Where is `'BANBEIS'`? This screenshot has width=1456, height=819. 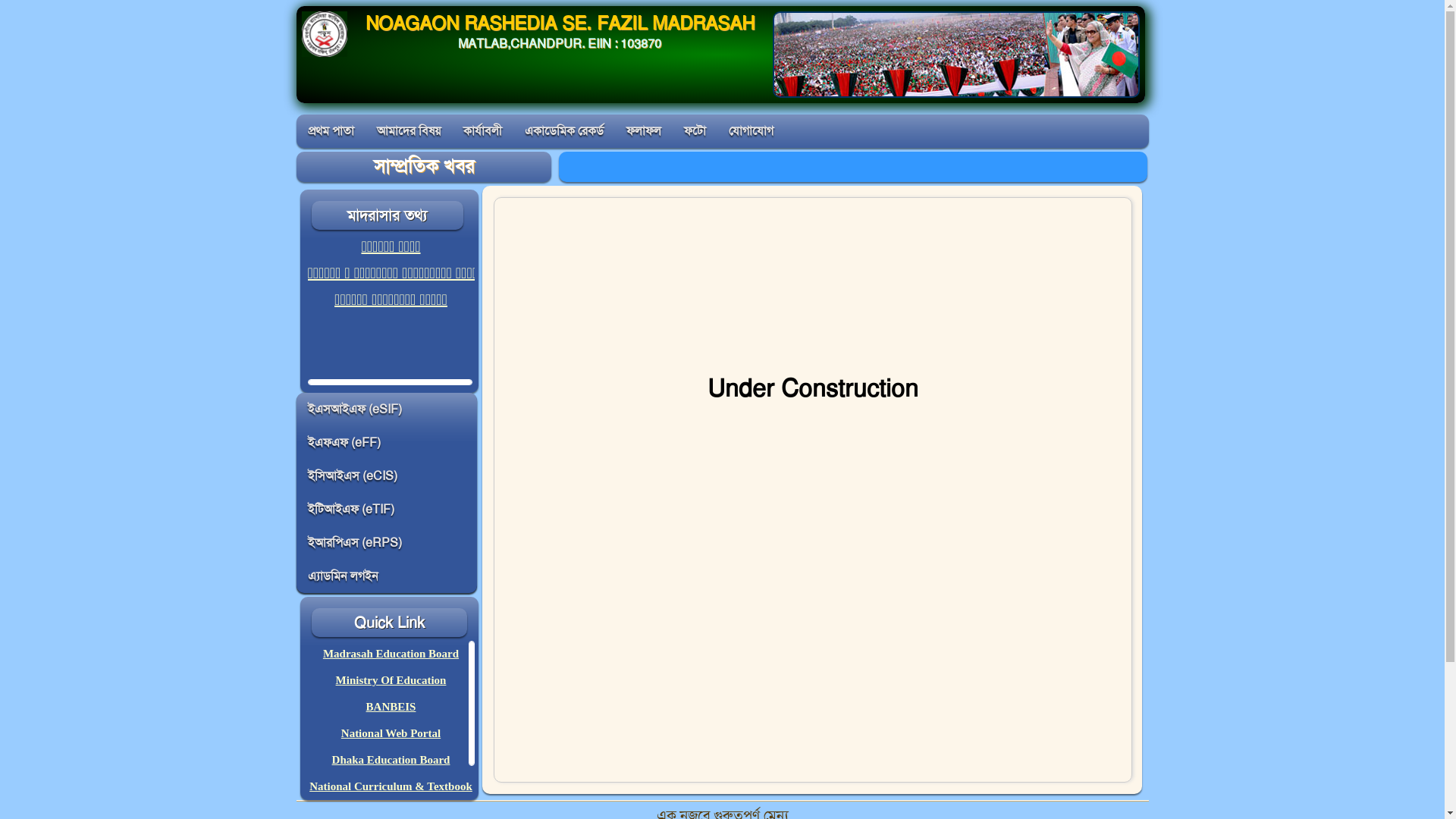
'BANBEIS' is located at coordinates (391, 707).